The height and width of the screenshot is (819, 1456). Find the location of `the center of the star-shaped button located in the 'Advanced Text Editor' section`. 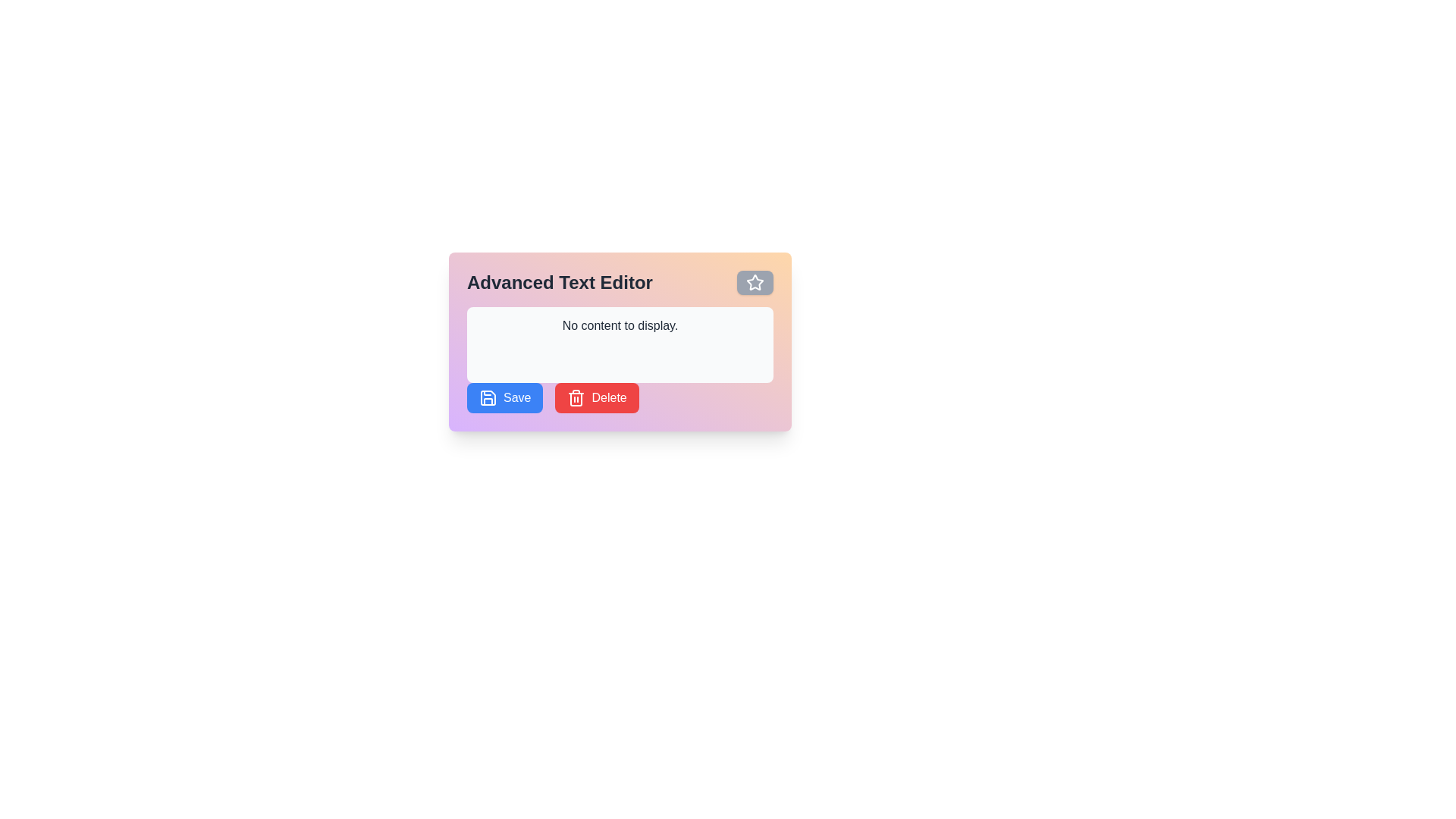

the center of the star-shaped button located in the 'Advanced Text Editor' section is located at coordinates (755, 283).